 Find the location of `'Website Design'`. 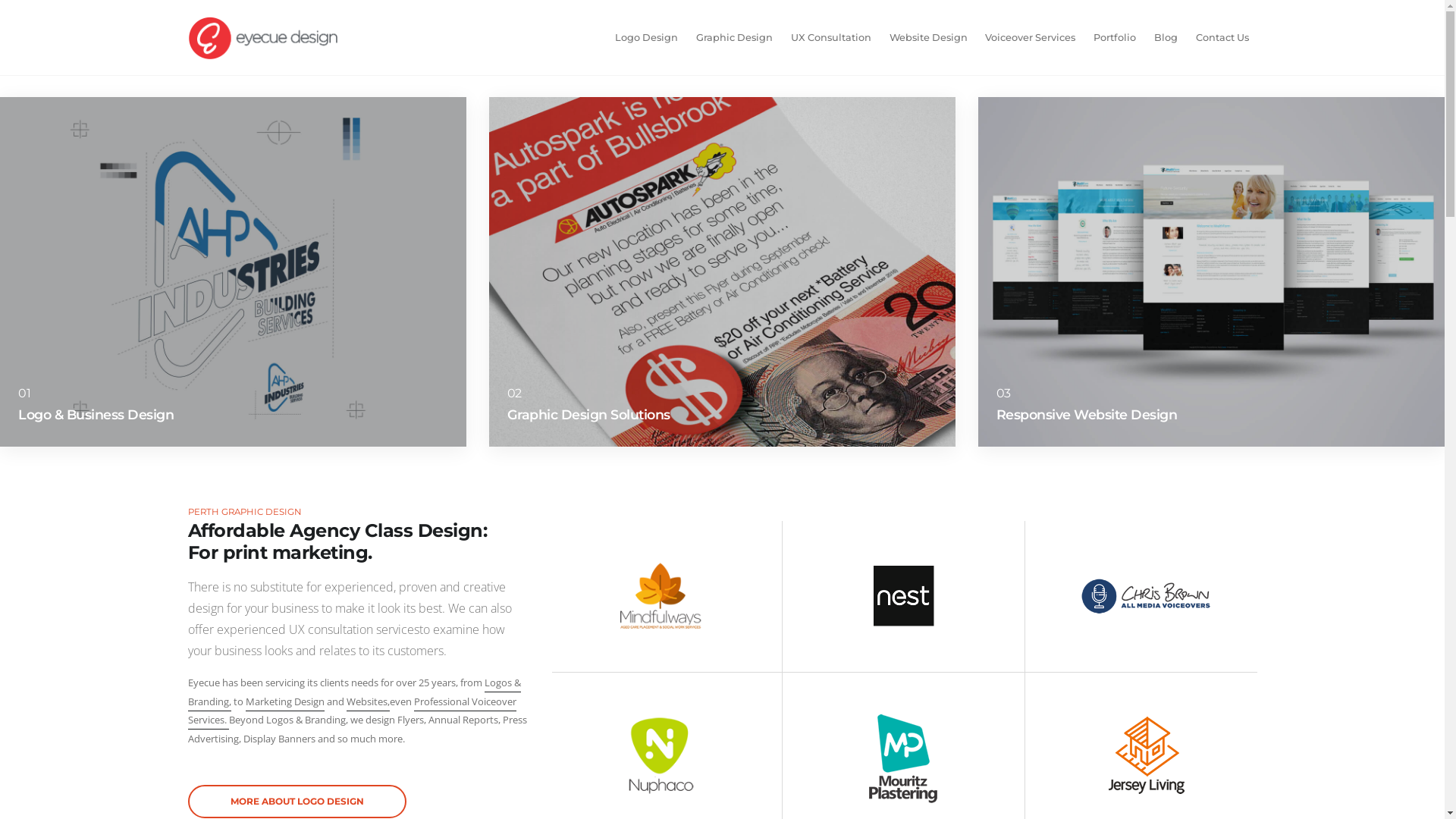

'Website Design' is located at coordinates (927, 37).